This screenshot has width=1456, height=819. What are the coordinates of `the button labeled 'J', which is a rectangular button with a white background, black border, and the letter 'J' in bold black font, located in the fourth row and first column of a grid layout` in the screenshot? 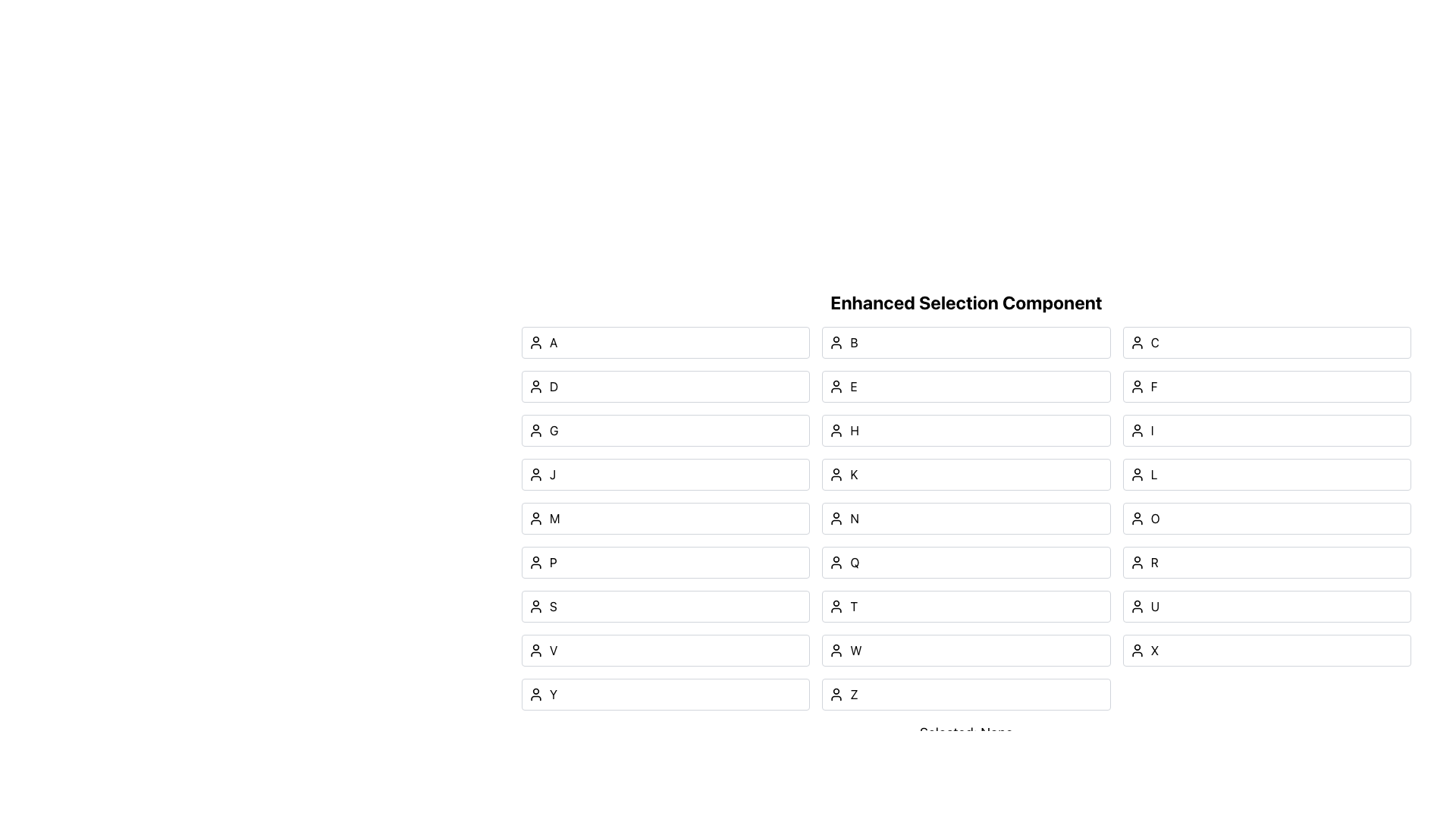 It's located at (666, 473).